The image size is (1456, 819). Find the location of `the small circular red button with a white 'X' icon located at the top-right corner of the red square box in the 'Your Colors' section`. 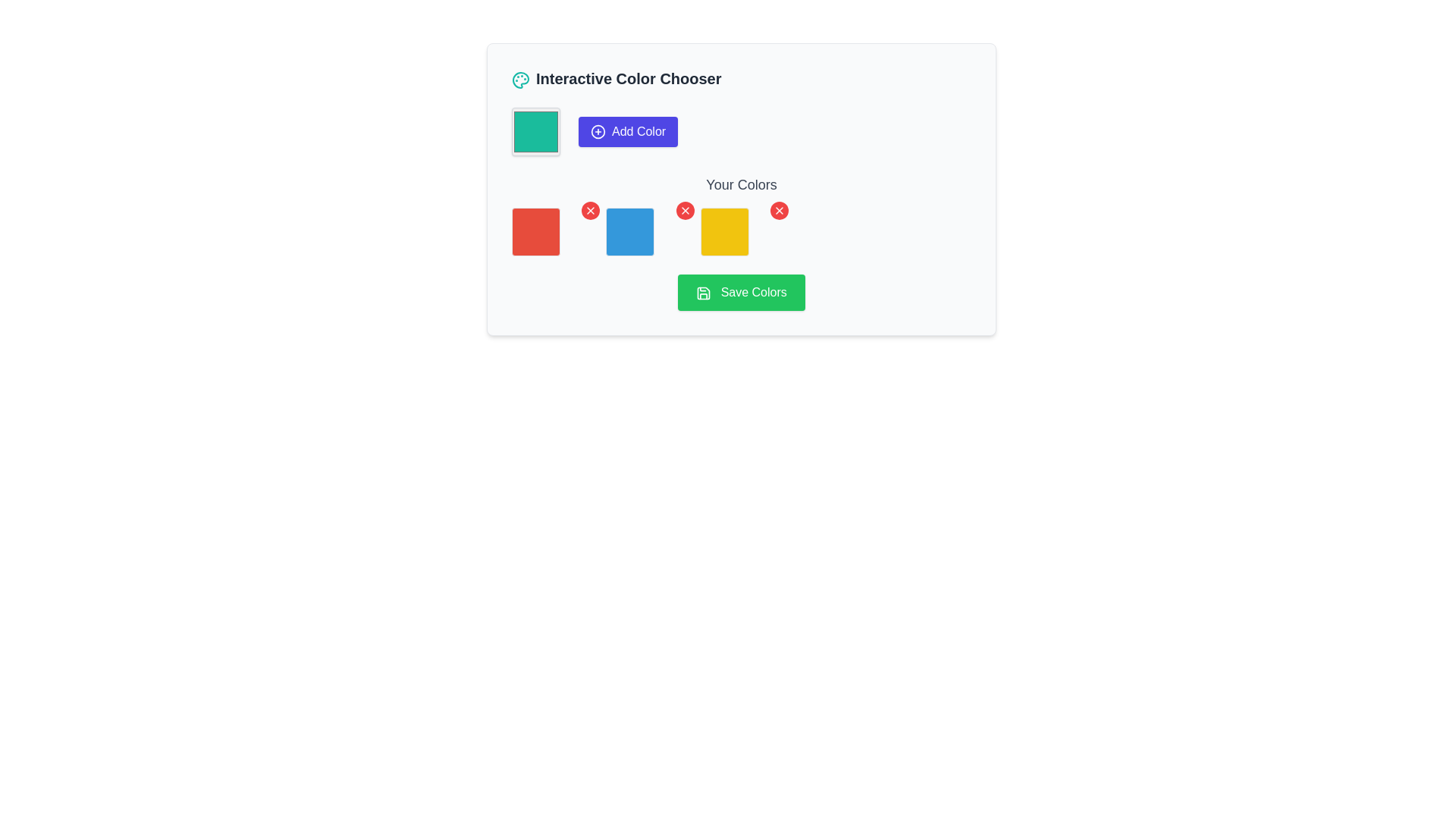

the small circular red button with a white 'X' icon located at the top-right corner of the red square box in the 'Your Colors' section is located at coordinates (590, 210).